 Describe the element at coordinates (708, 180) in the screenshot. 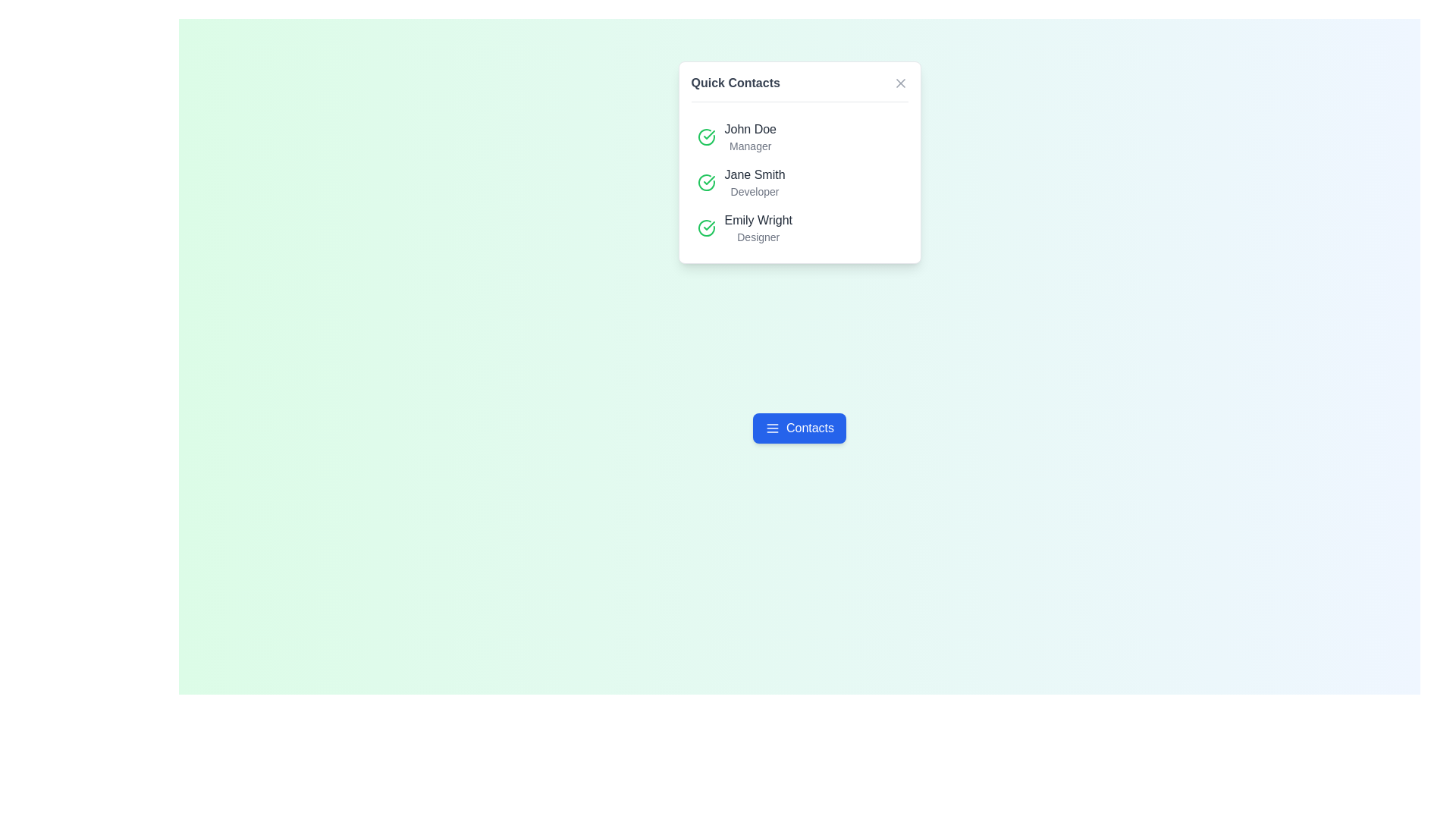

I see `first checkmark icon indicating that the contact 'John Doe' is confirmed, located in the 'Quick Contacts' panel, for styling or debugging purposes` at that location.